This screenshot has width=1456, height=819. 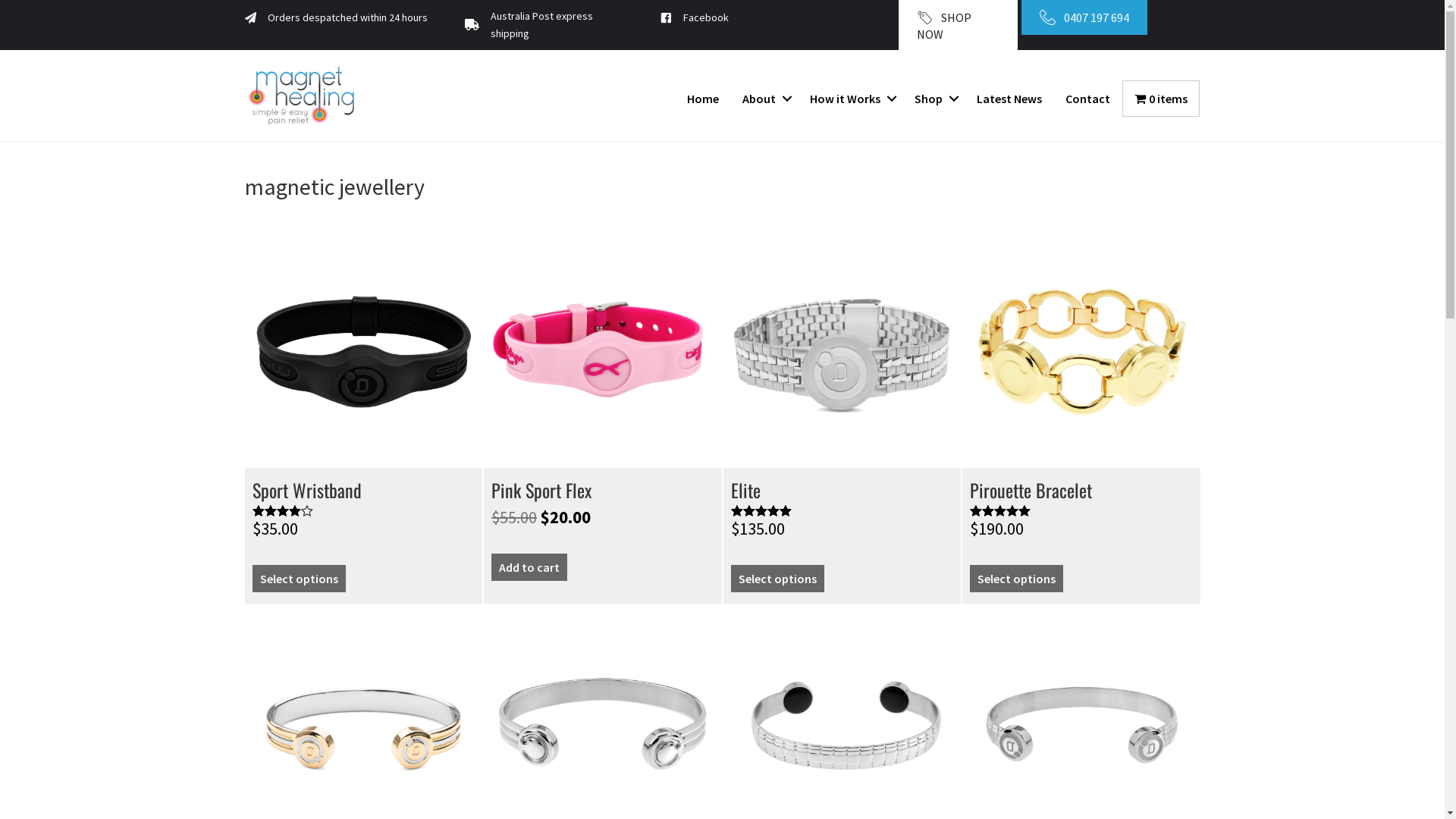 What do you see at coordinates (956, 25) in the screenshot?
I see `'SHOP NOW'` at bounding box center [956, 25].